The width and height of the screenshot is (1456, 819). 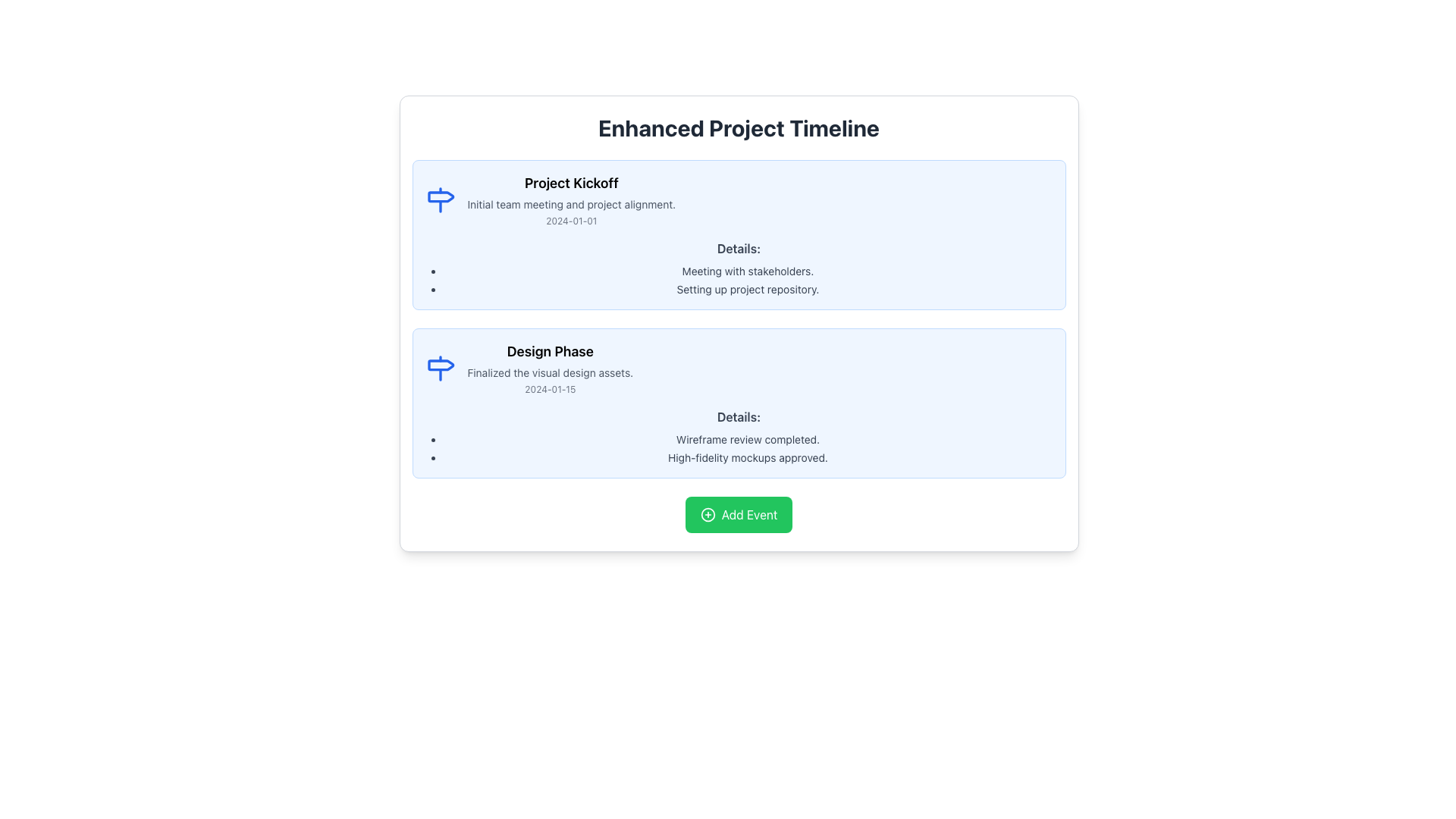 I want to click on information presented in the informational text block about the project milestone located under 'Enhanced Project Timeline', so click(x=570, y=199).